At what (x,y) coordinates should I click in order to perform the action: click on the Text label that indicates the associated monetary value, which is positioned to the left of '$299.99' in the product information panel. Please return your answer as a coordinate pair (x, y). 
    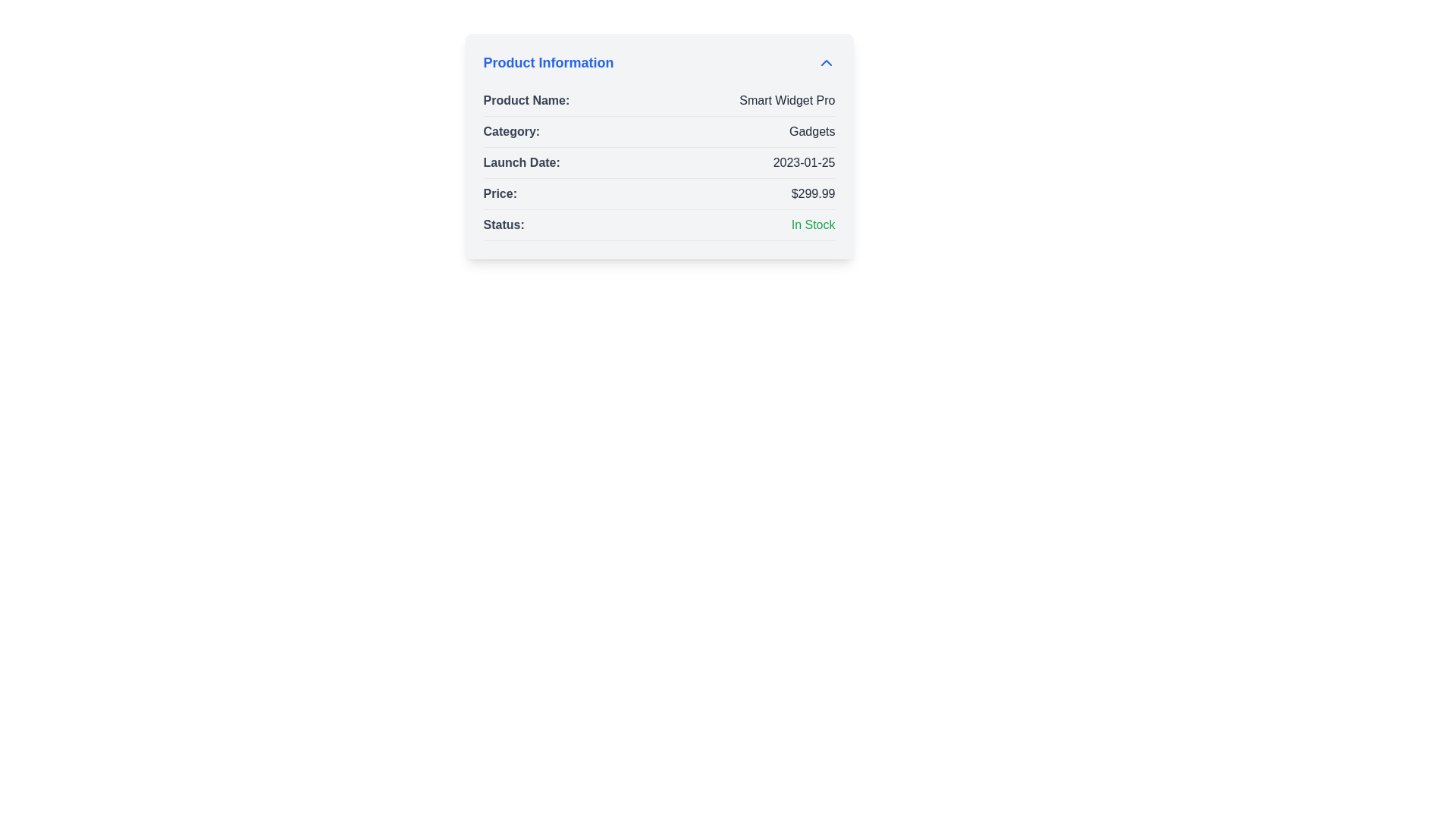
    Looking at the image, I should click on (500, 193).